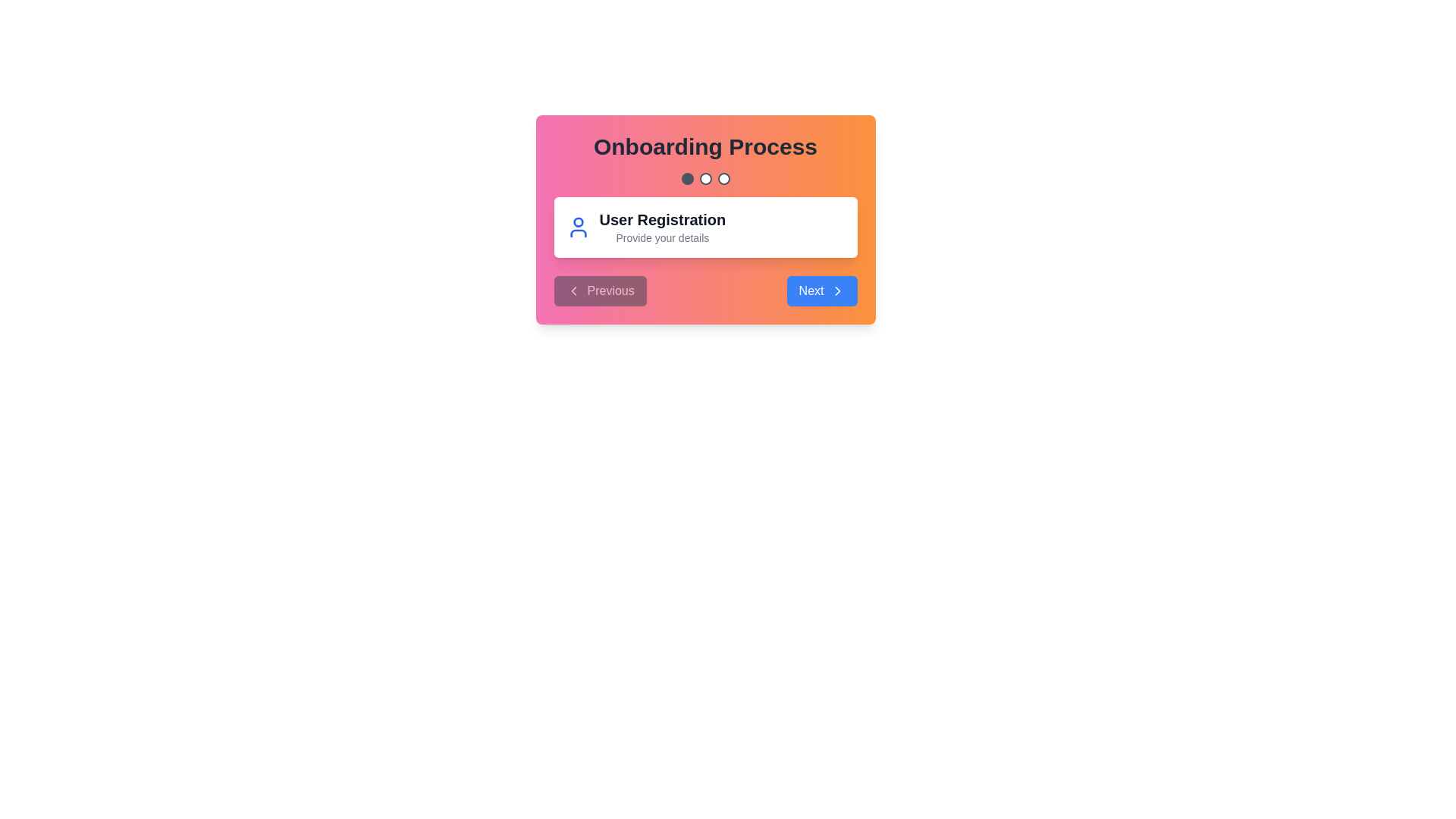  Describe the element at coordinates (662, 227) in the screenshot. I see `the text block that serves as a header for the user registration step, located beneath 'Onboarding Process' and above 'Previous' and 'Next' buttons` at that location.